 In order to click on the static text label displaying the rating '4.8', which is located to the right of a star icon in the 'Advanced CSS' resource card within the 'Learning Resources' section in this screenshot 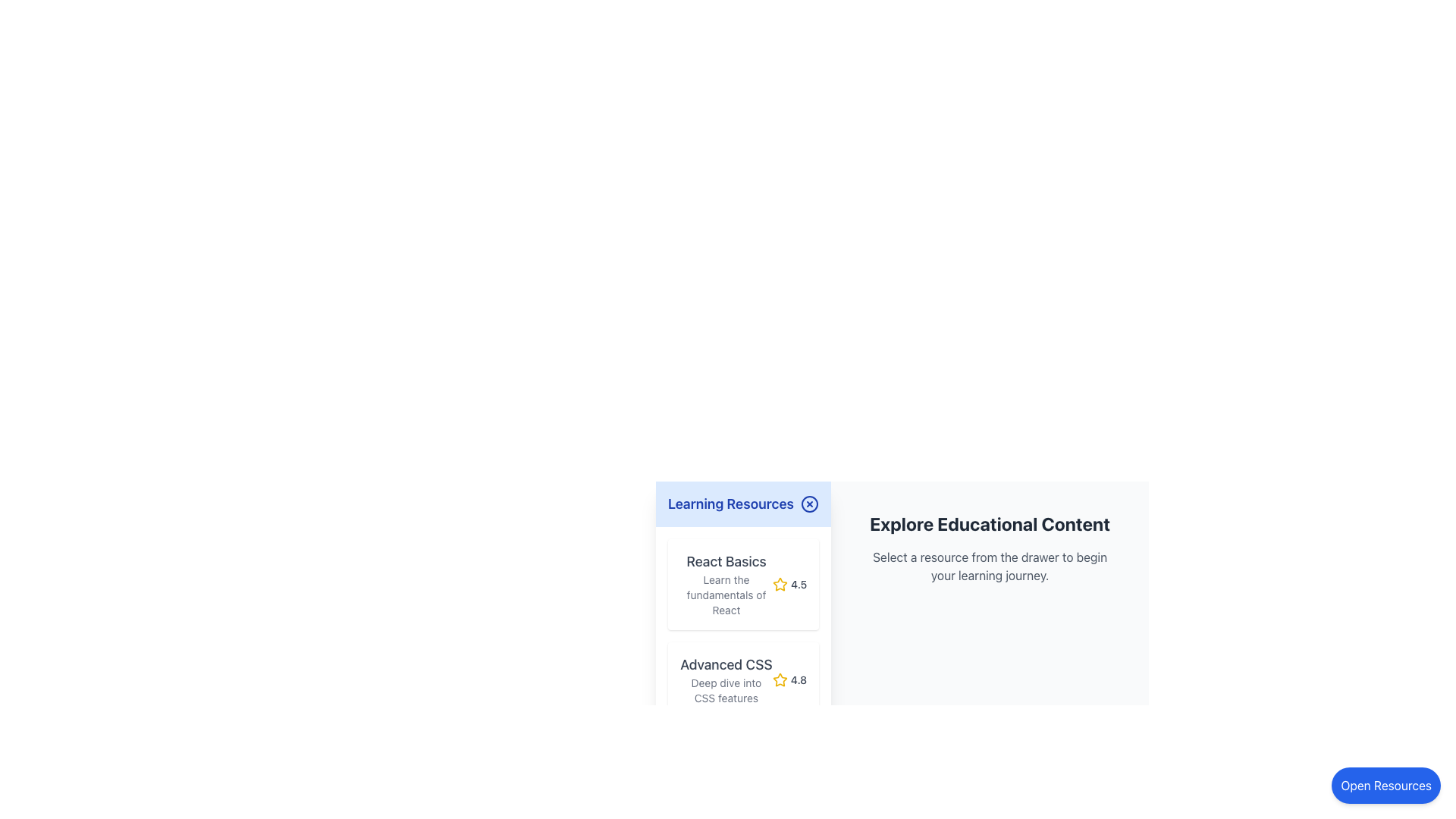, I will do `click(798, 679)`.